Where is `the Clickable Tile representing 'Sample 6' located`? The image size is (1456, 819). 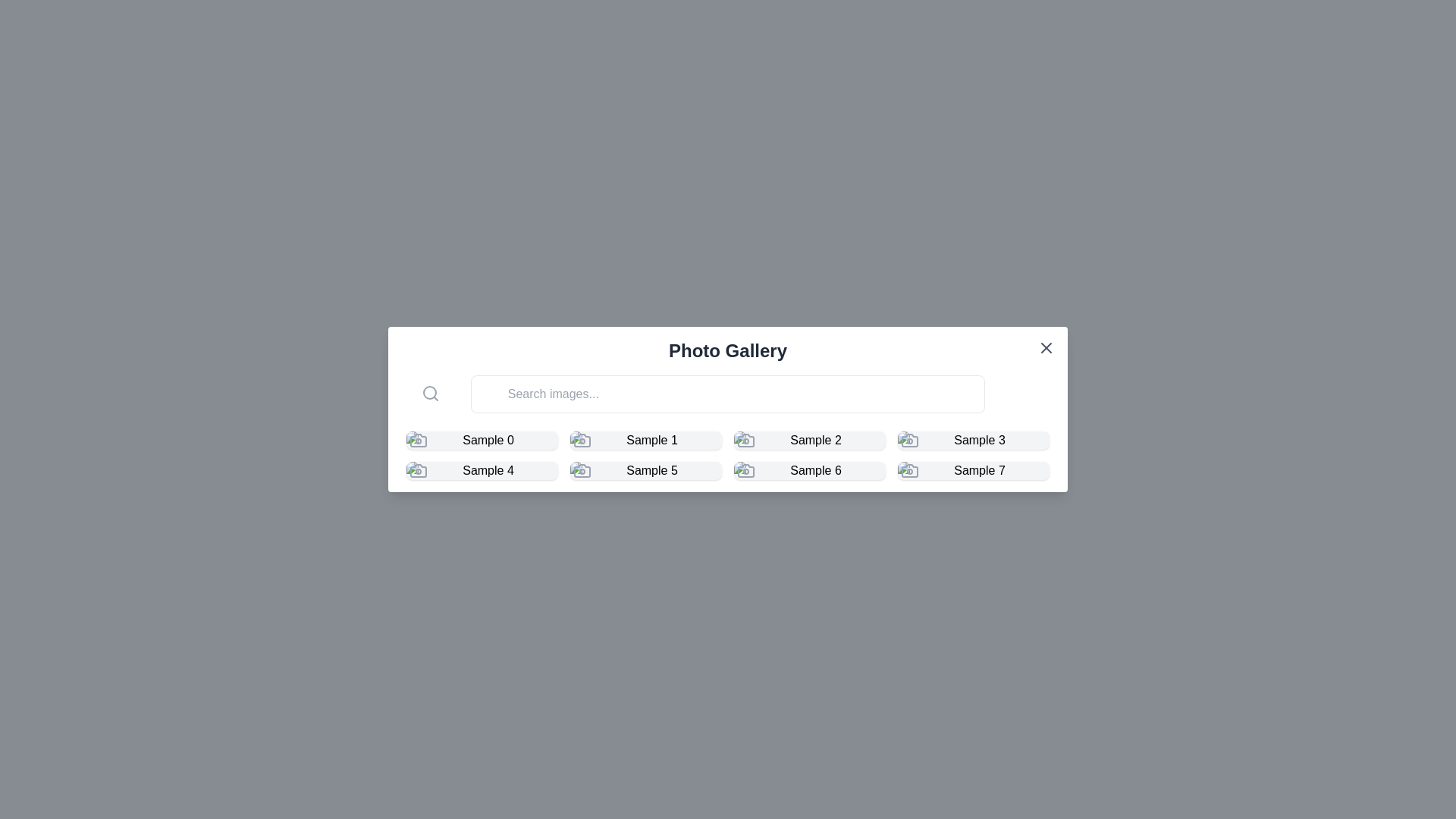
the Clickable Tile representing 'Sample 6' located is located at coordinates (809, 470).